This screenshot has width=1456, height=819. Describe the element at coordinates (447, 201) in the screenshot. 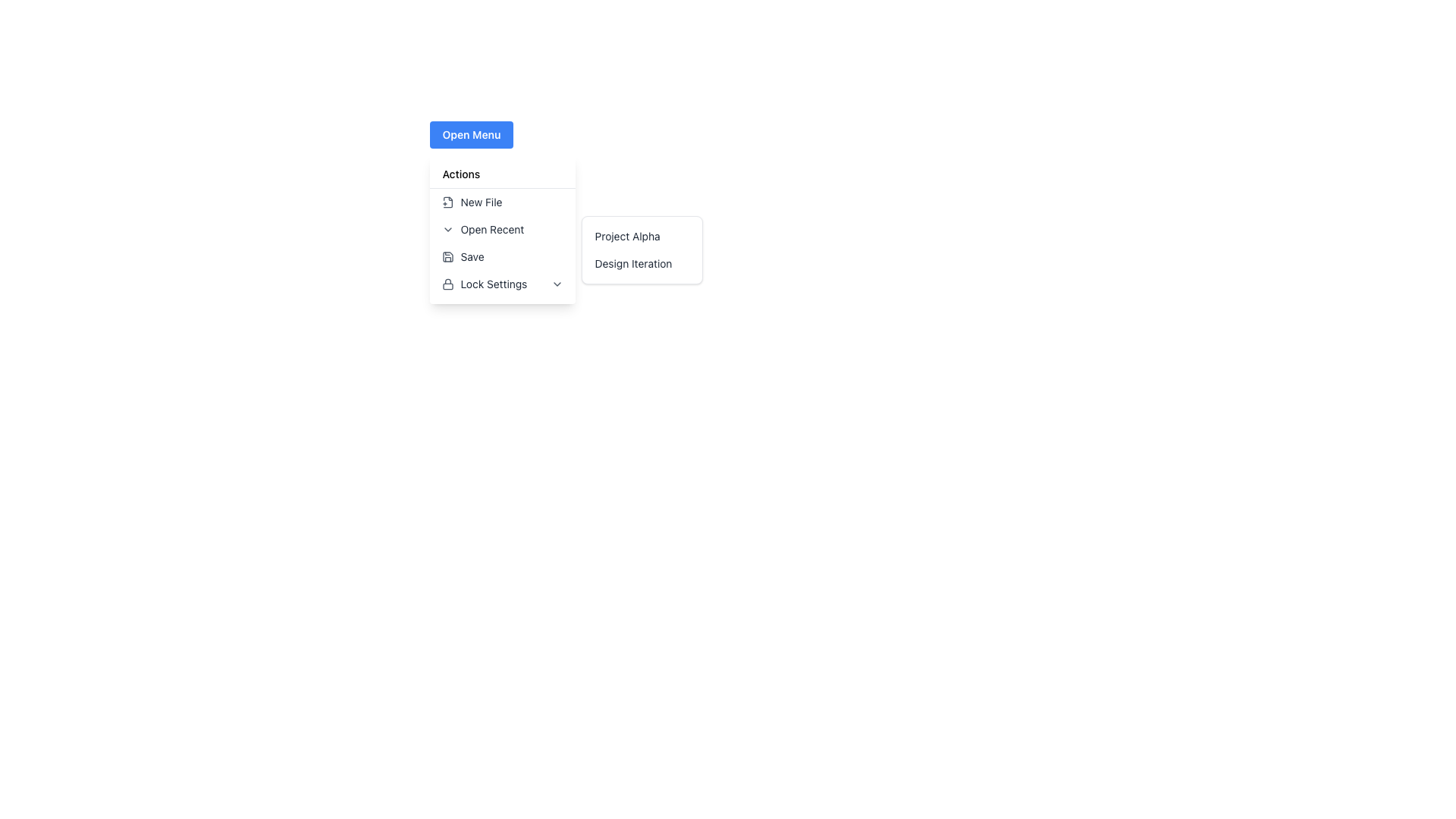

I see `the document icon that represents the 'New File' option in the Actions menu, which is a minimalistic gray outlined rectangle with a folded corner` at that location.